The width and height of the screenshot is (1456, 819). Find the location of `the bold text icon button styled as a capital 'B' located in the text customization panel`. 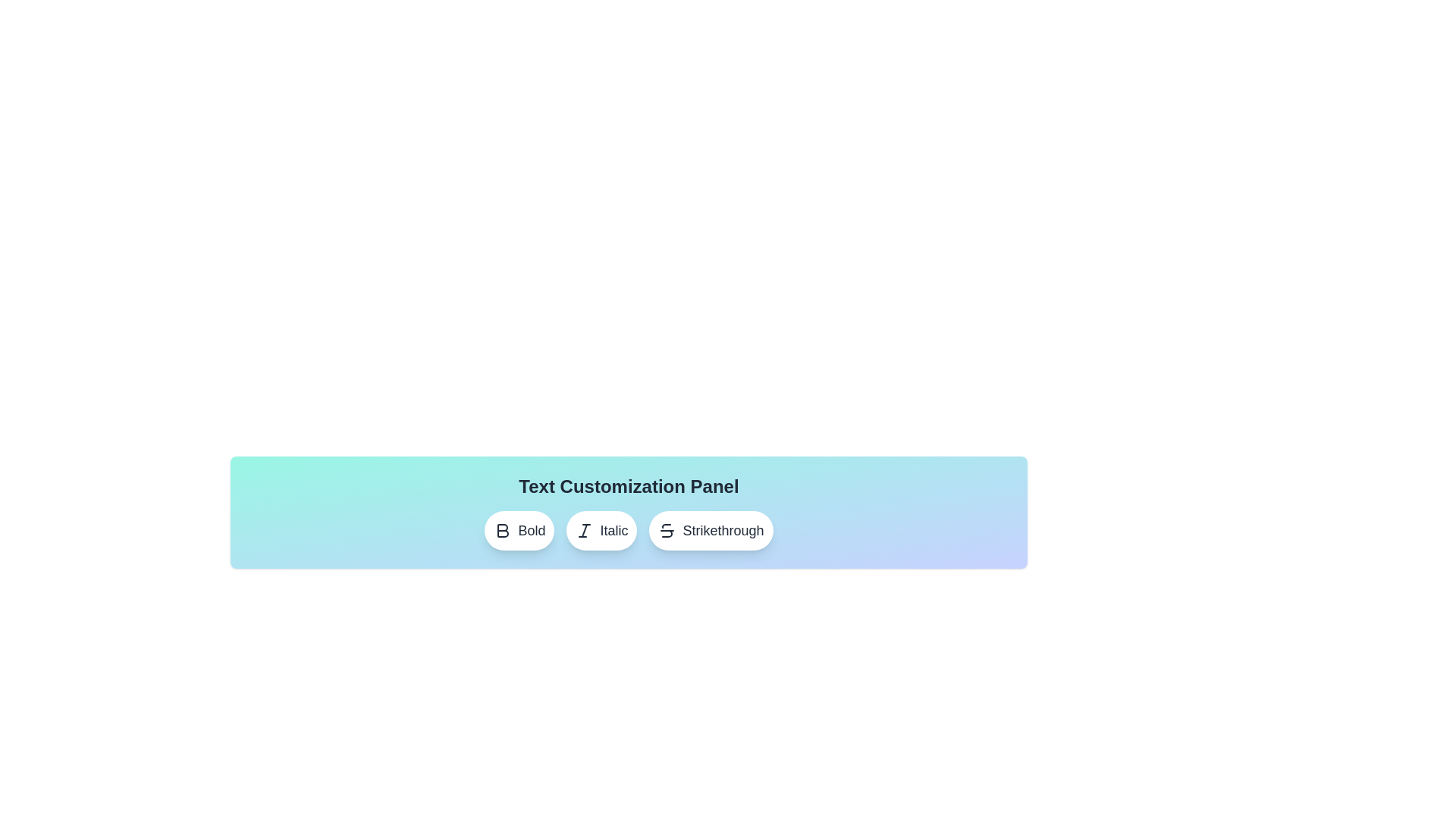

the bold text icon button styled as a capital 'B' located in the text customization panel is located at coordinates (503, 529).